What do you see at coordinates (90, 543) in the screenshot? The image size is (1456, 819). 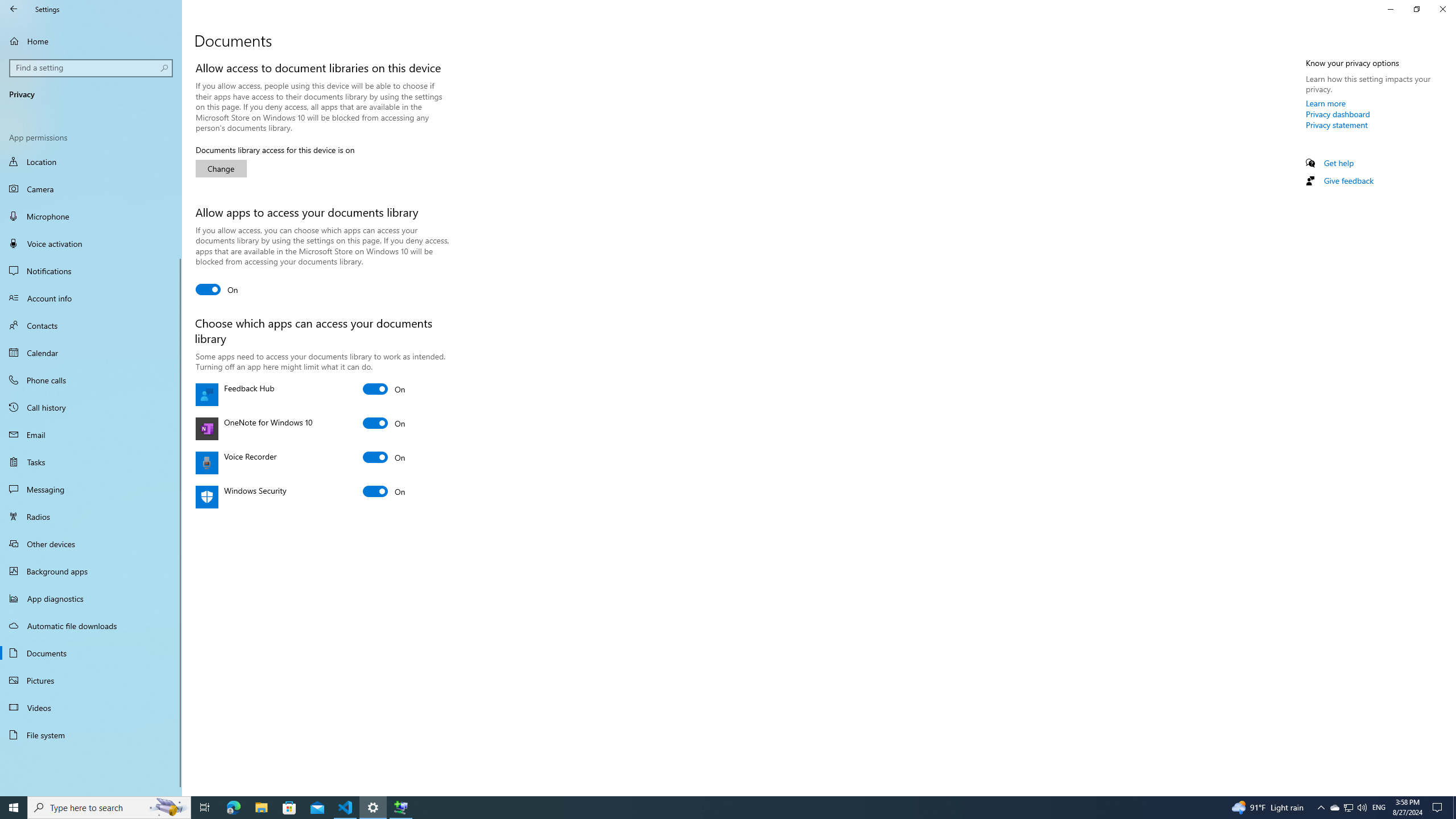 I see `'Other devices'` at bounding box center [90, 543].